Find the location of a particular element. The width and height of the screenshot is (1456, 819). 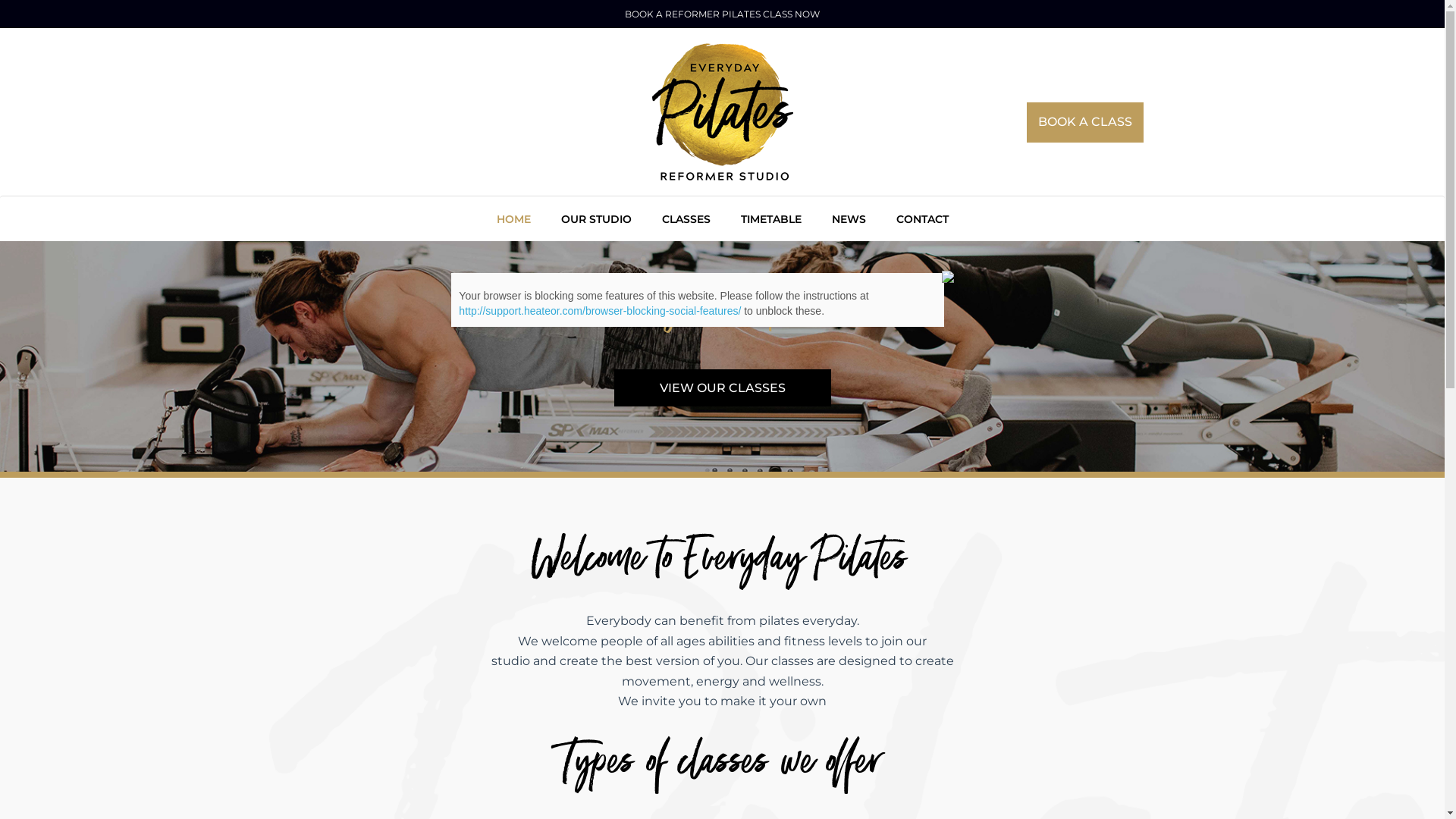

'BOOK A CLASS' is located at coordinates (1026, 121).